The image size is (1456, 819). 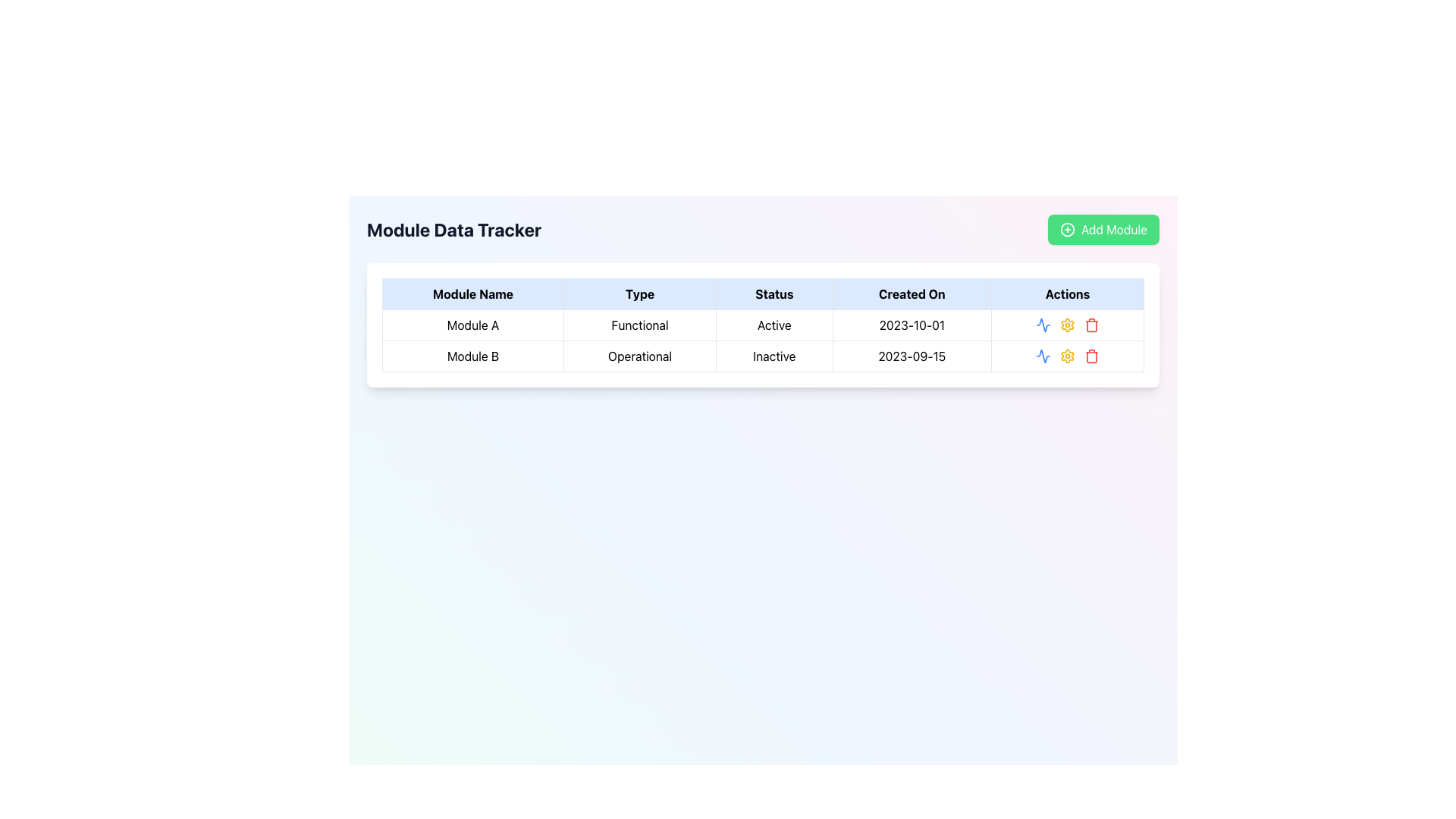 What do you see at coordinates (774, 324) in the screenshot?
I see `the text label displaying 'Active' in the 'Status' column of the first row in the table` at bounding box center [774, 324].